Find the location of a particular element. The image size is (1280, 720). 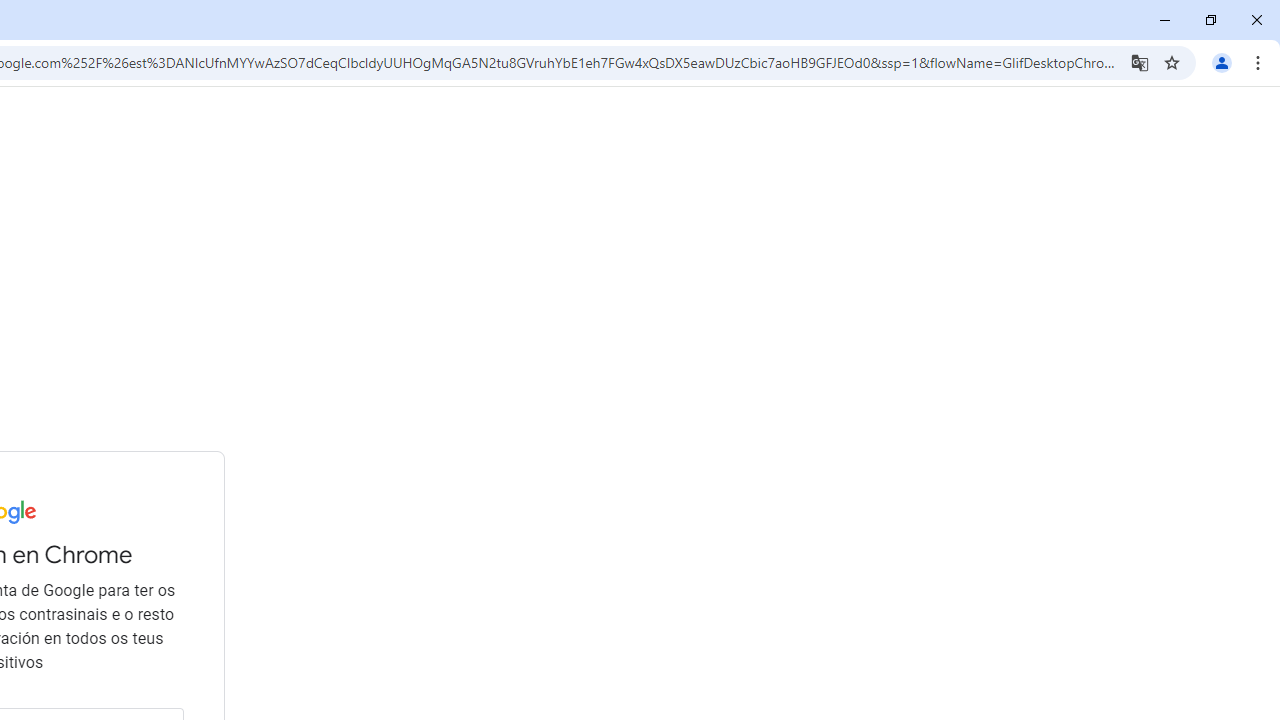

'Close' is located at coordinates (1255, 20).